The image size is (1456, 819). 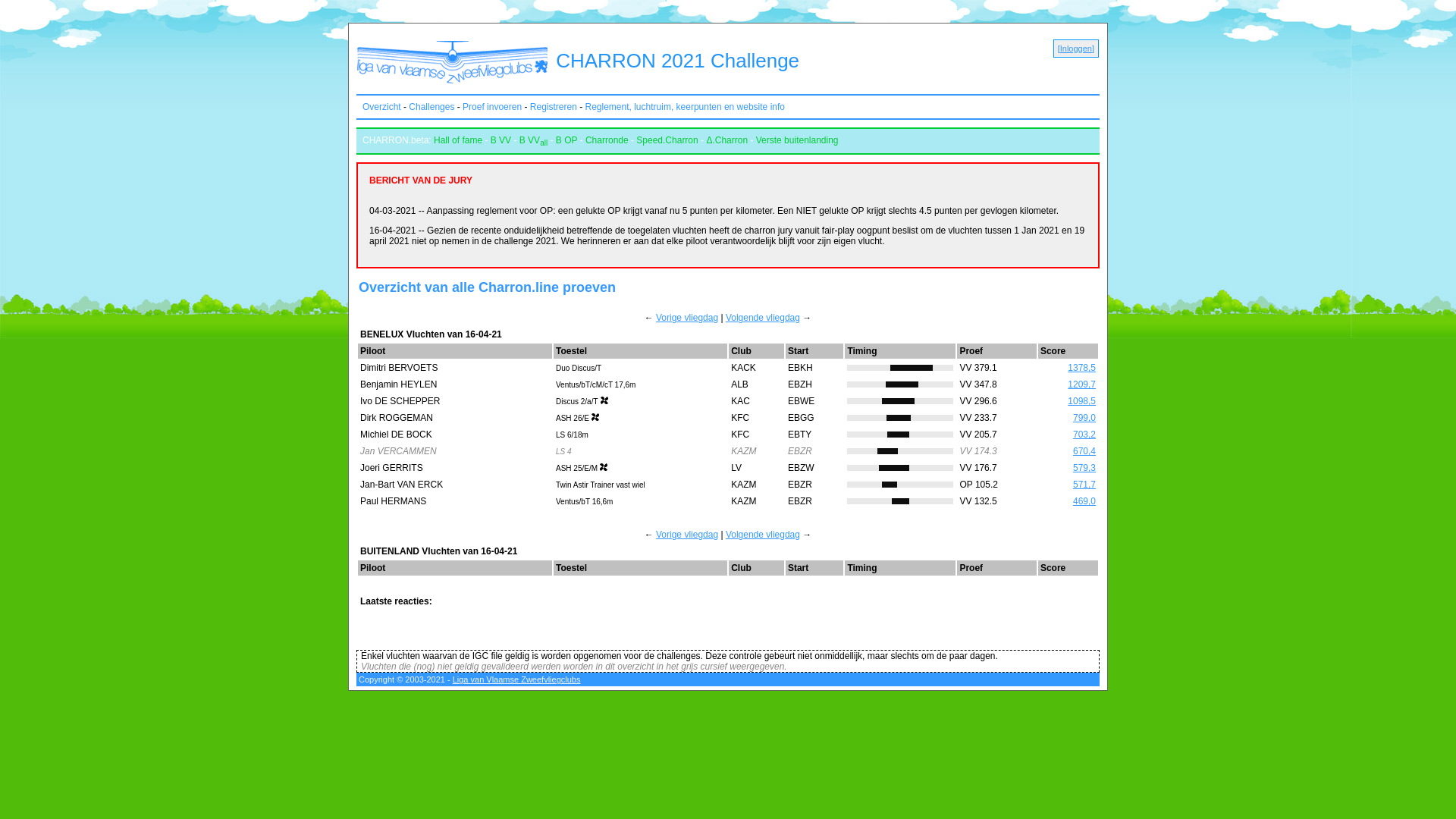 What do you see at coordinates (1081, 400) in the screenshot?
I see `'1098,5'` at bounding box center [1081, 400].